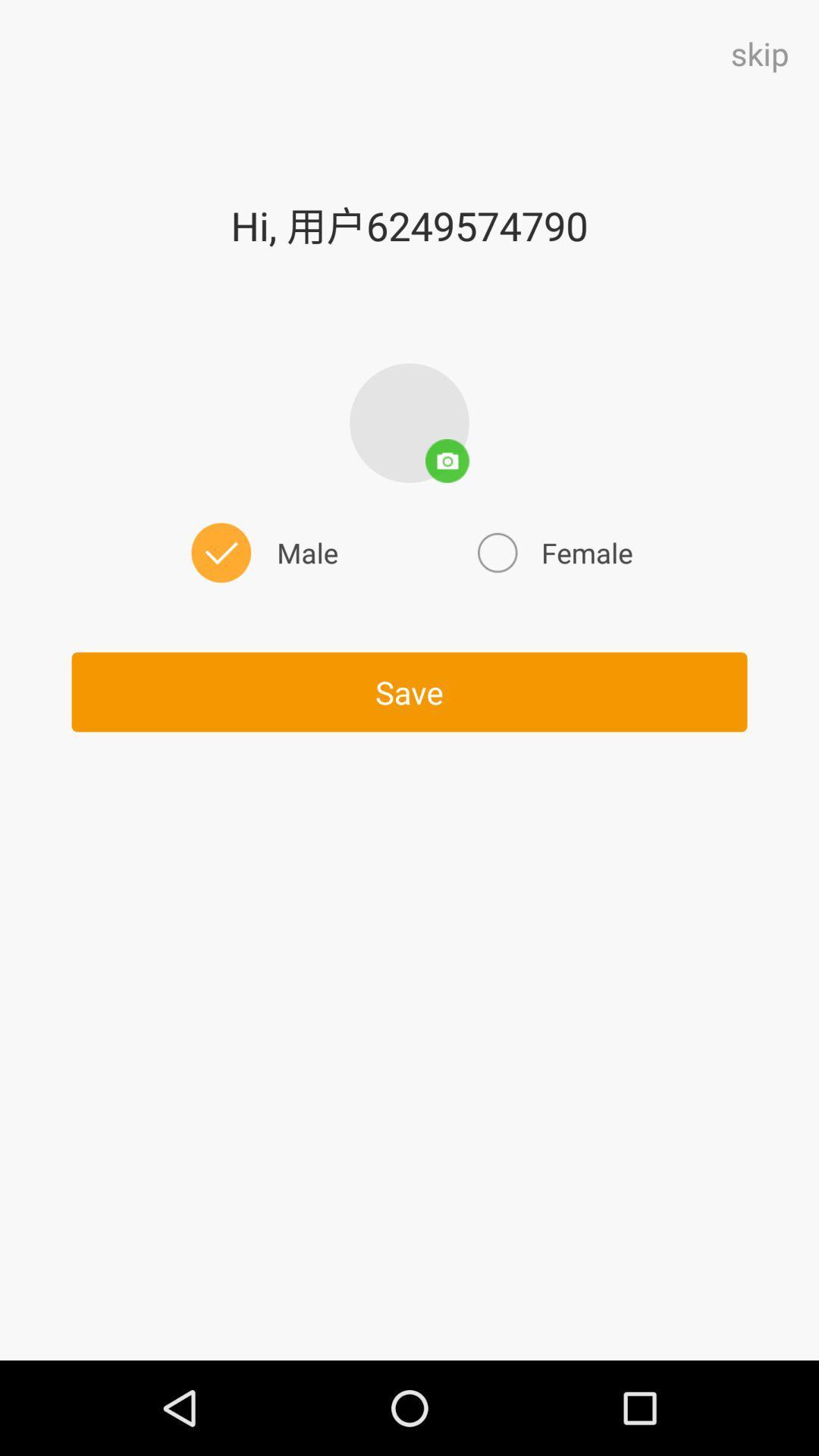  Describe the element at coordinates (409, 691) in the screenshot. I see `the icon below the male` at that location.